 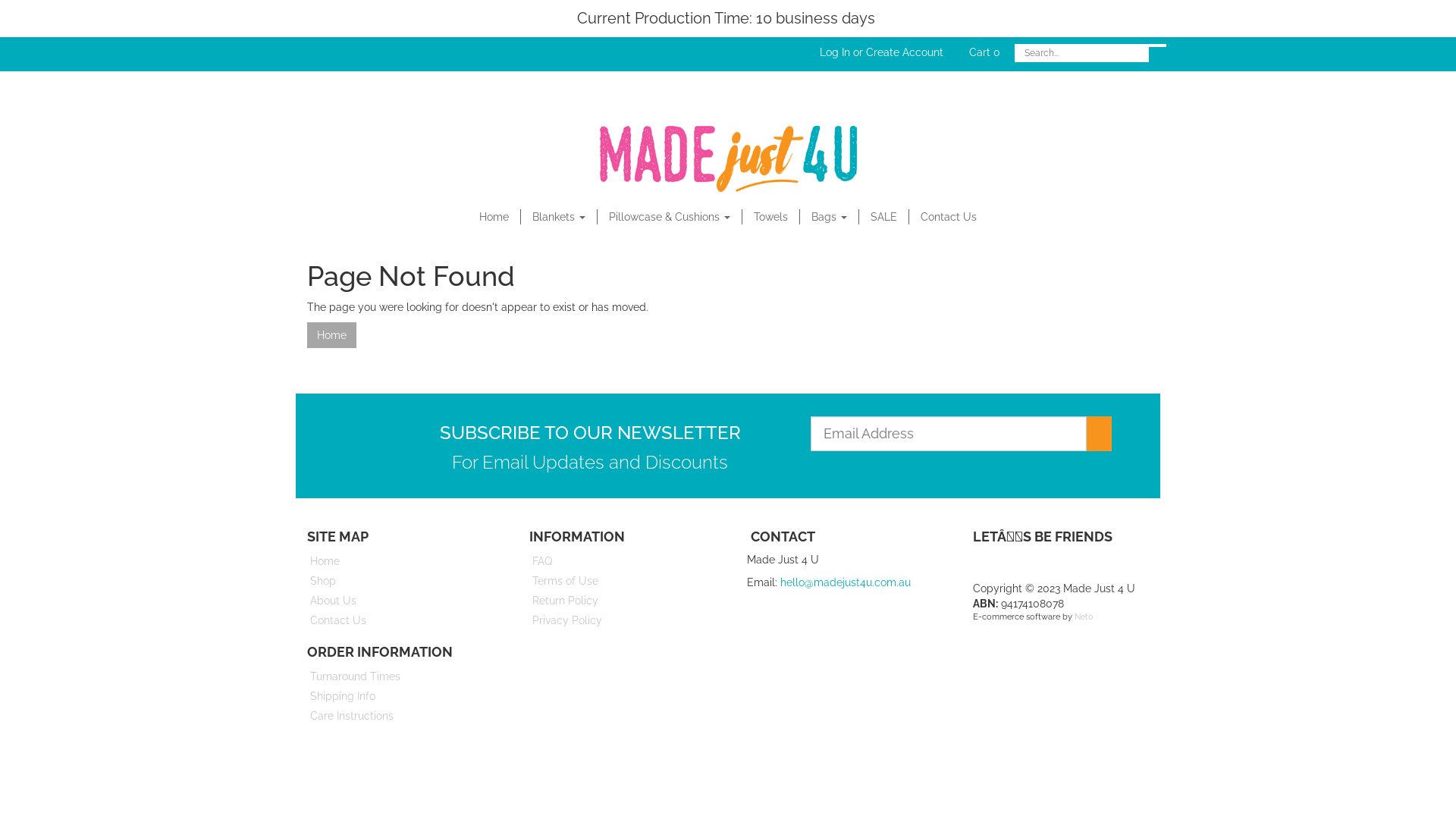 I want to click on 'hello@madejust4u.com.au', so click(x=844, y=581).